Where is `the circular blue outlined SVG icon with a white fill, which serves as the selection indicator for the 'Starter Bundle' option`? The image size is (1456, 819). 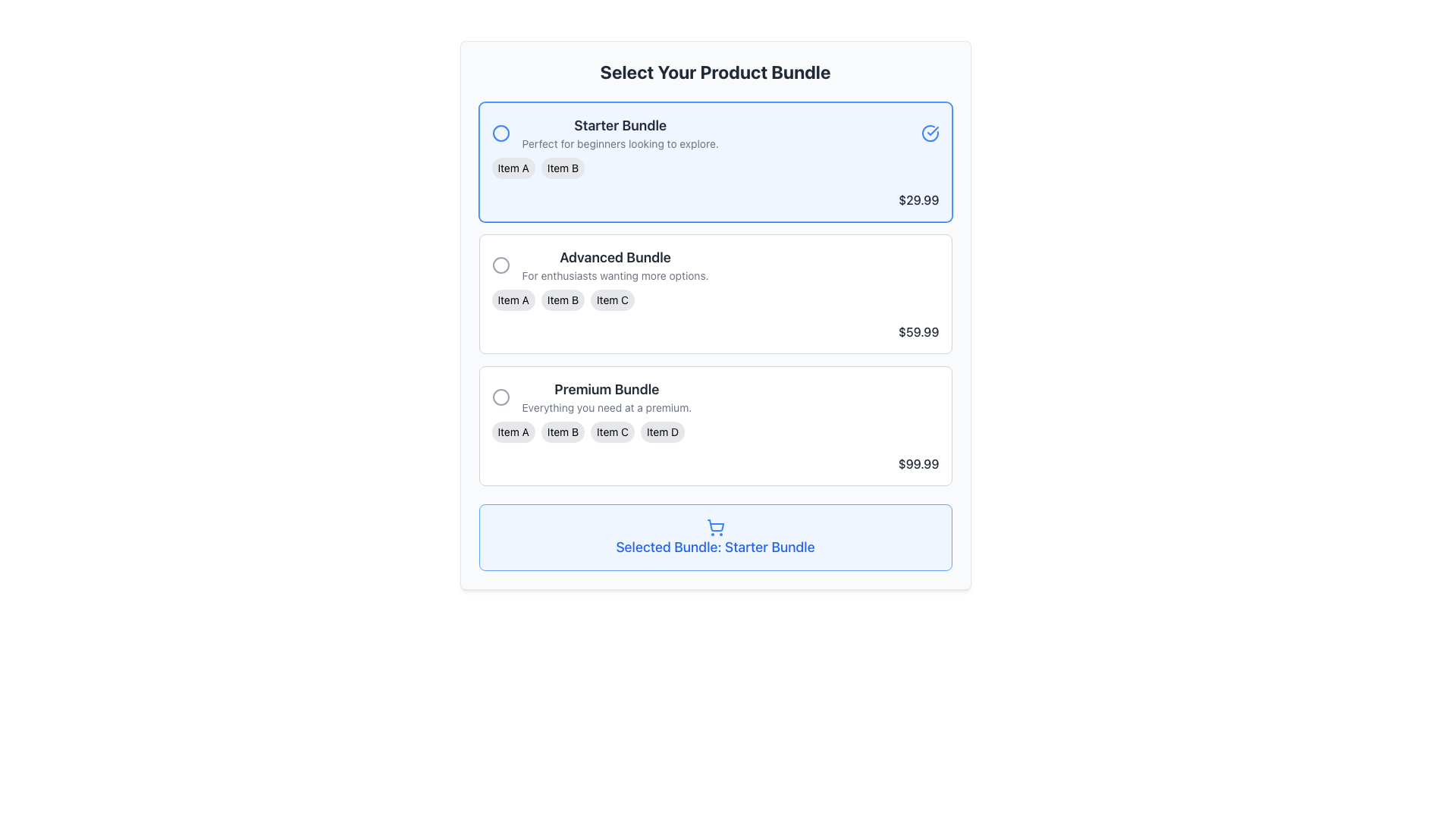
the circular blue outlined SVG icon with a white fill, which serves as the selection indicator for the 'Starter Bundle' option is located at coordinates (500, 133).